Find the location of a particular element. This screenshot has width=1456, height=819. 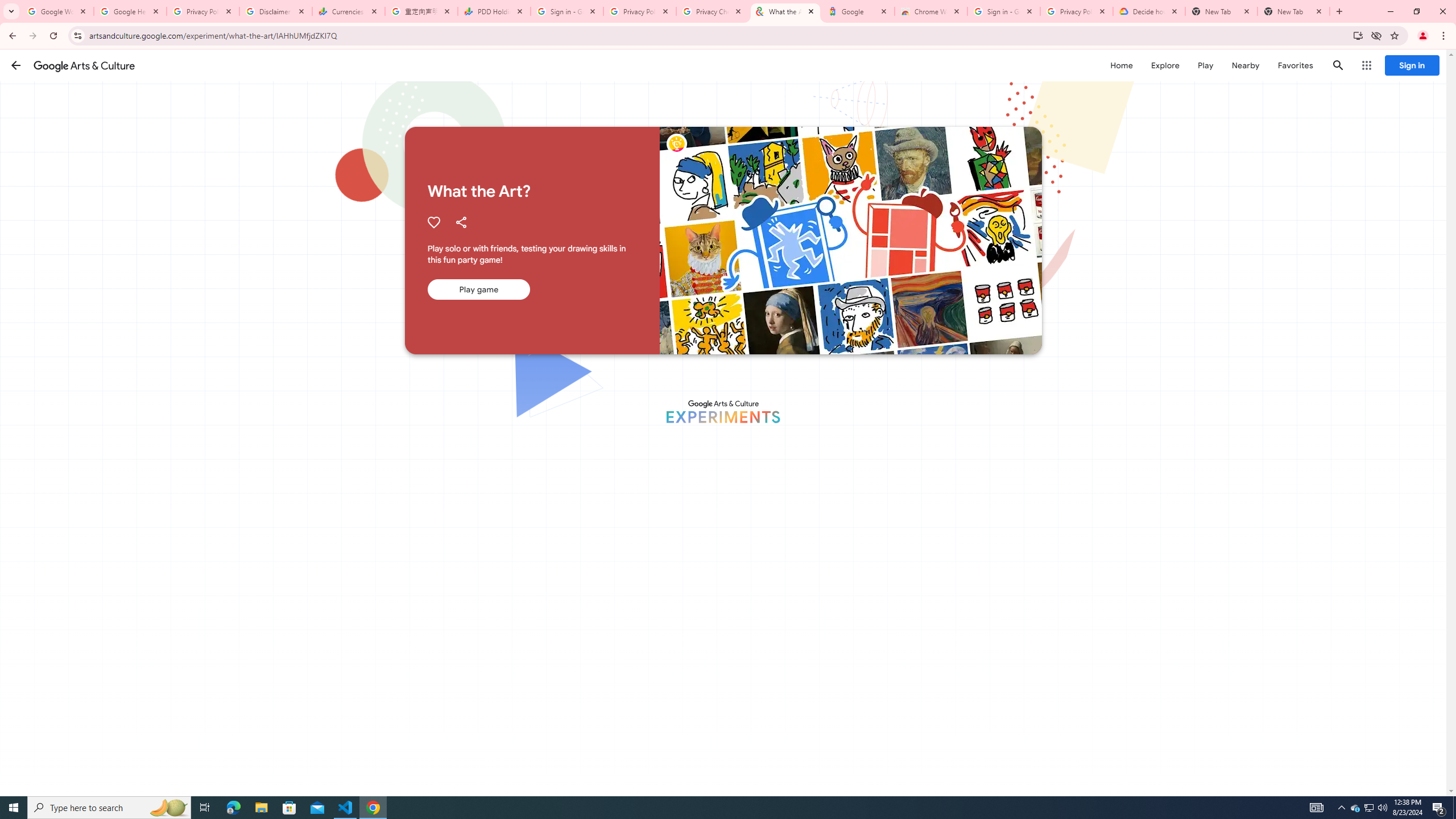

'Explore' is located at coordinates (1164, 65).